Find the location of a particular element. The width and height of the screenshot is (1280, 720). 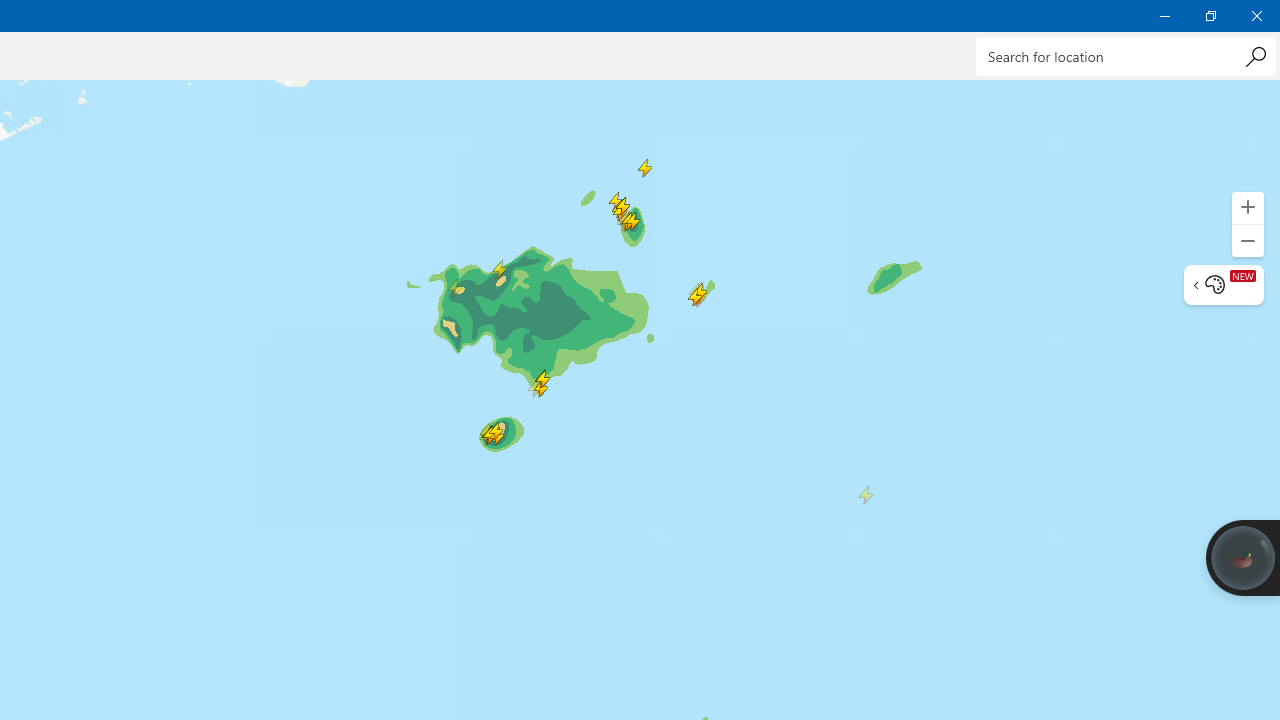

'Restore Weather' is located at coordinates (1209, 15).